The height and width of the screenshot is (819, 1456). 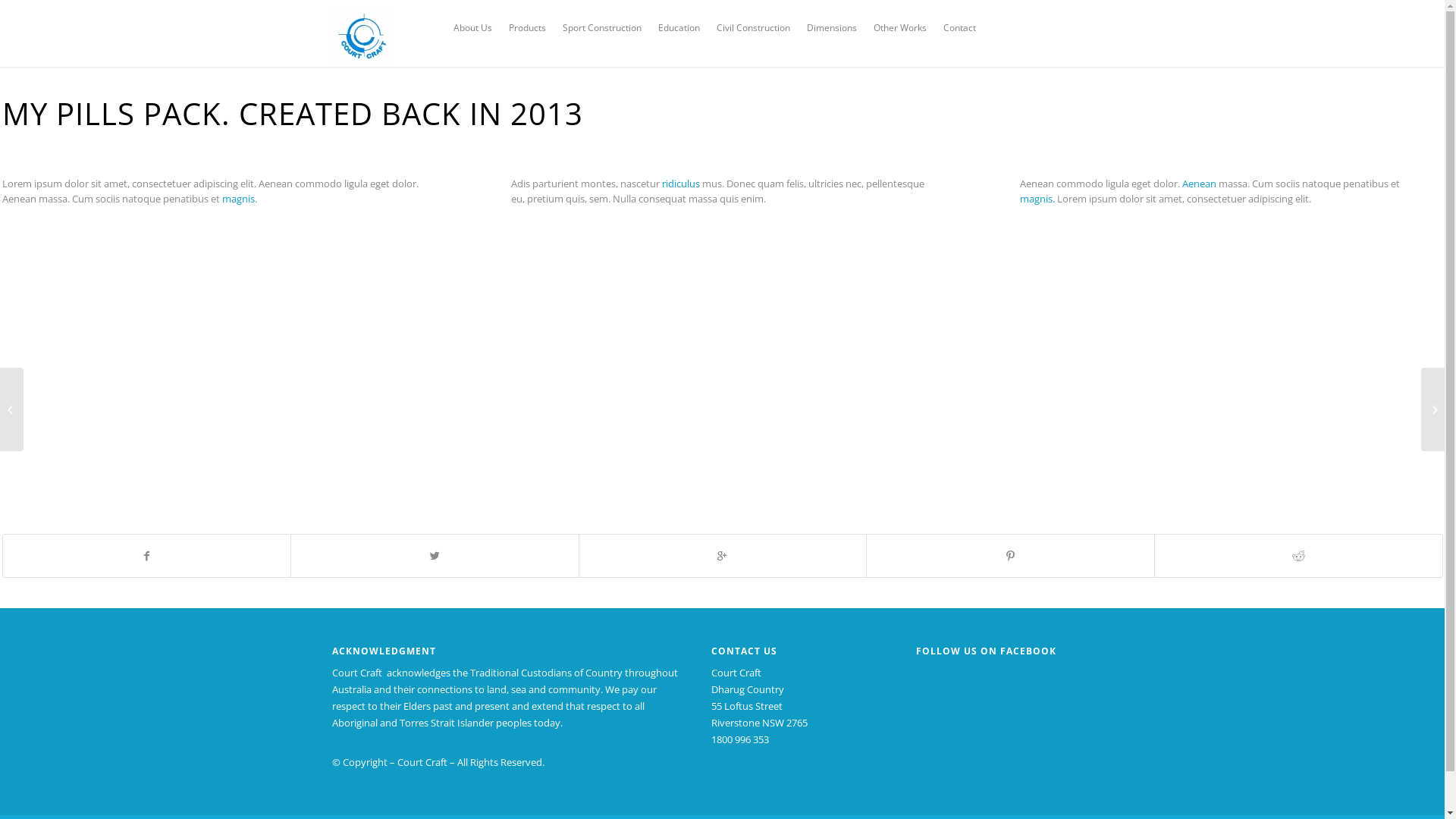 I want to click on 'Contact', so click(x=934, y=28).